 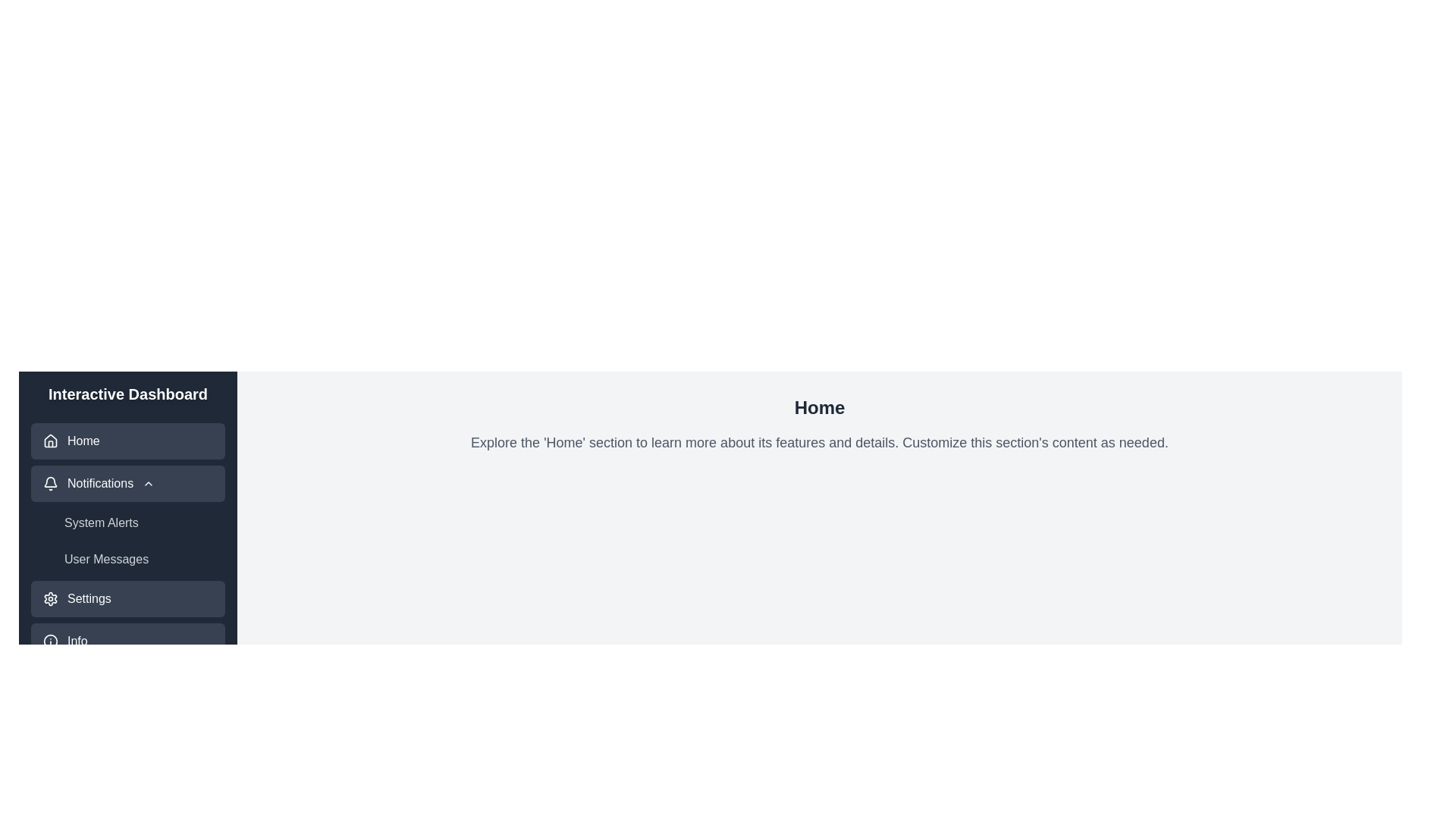 I want to click on the information icon located at the left sidebar near the bottom, preceding the text label 'Info', so click(x=51, y=641).